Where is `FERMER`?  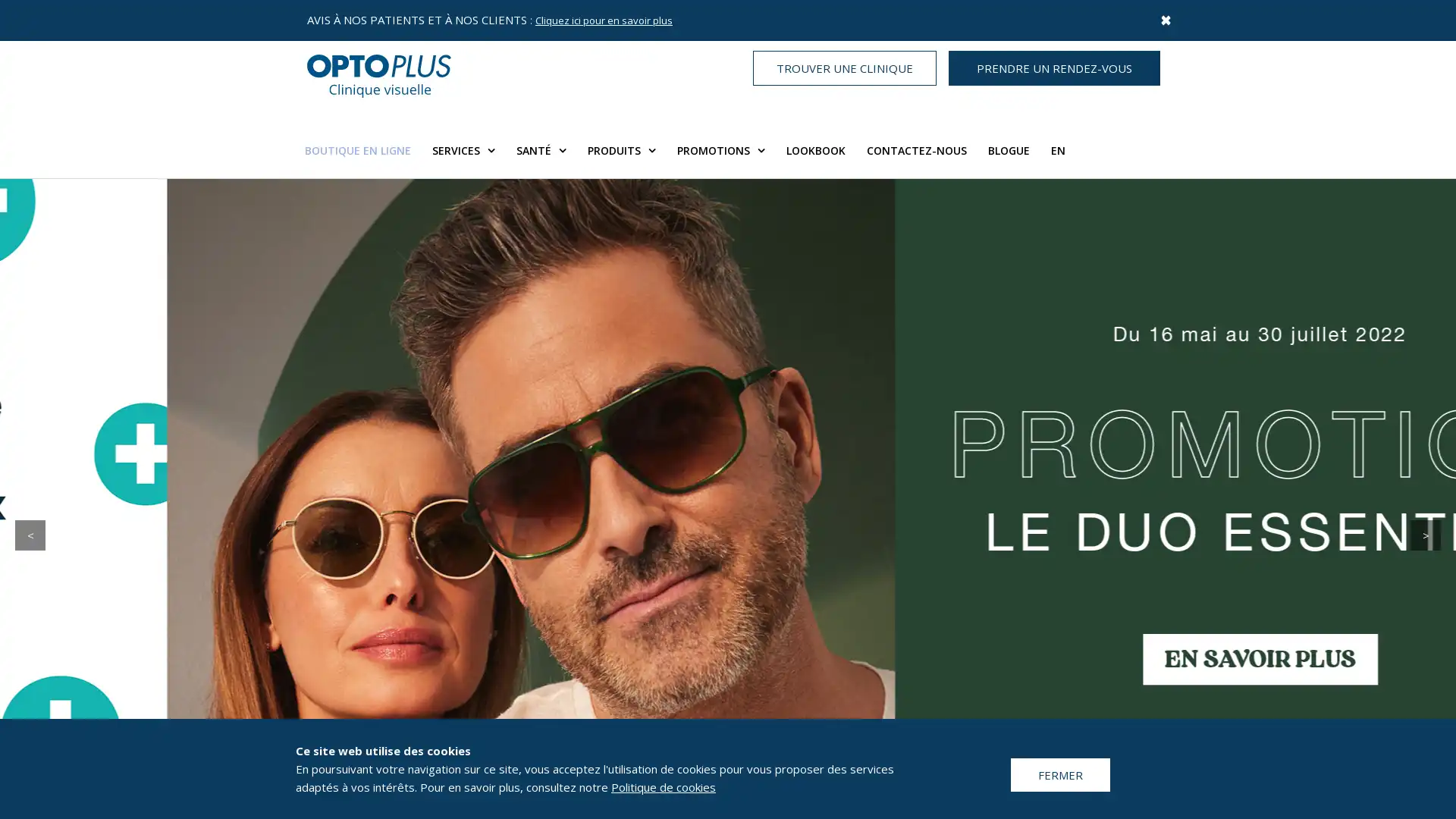
FERMER is located at coordinates (1059, 774).